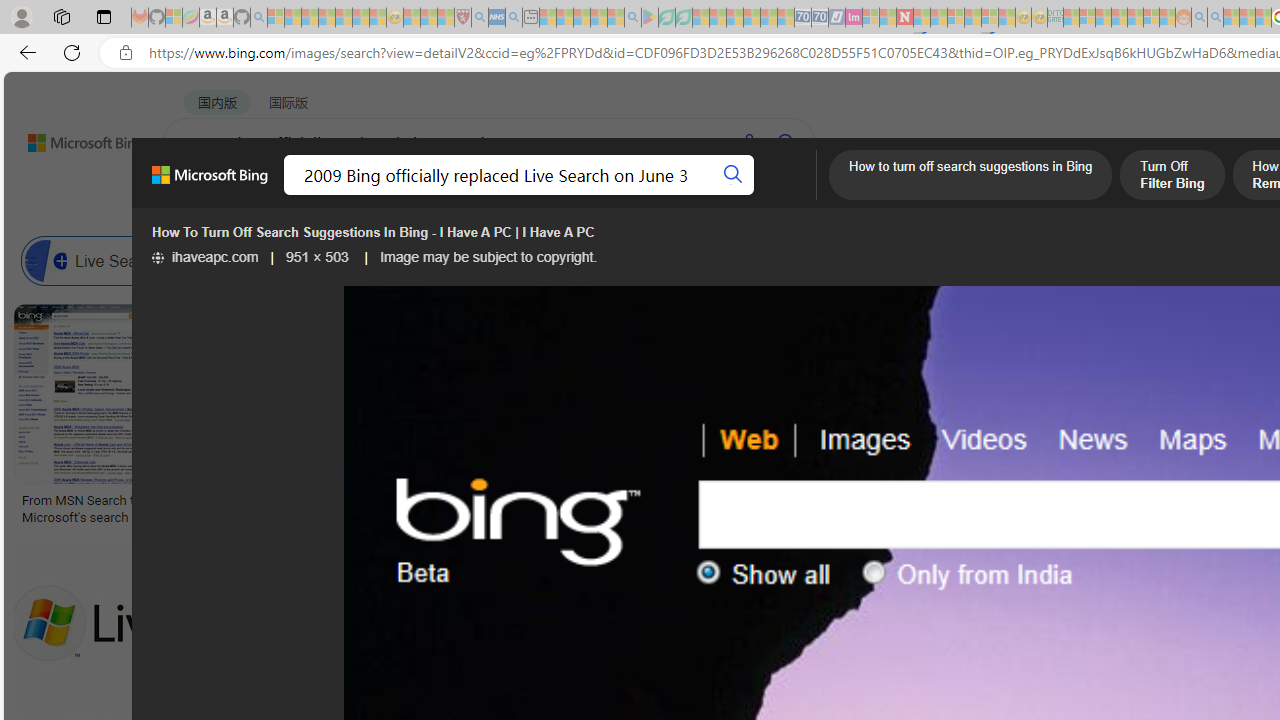 The image size is (1280, 720). I want to click on 'Latest Politics News & Archive | Newsweek.com - Sleeping', so click(903, 17).